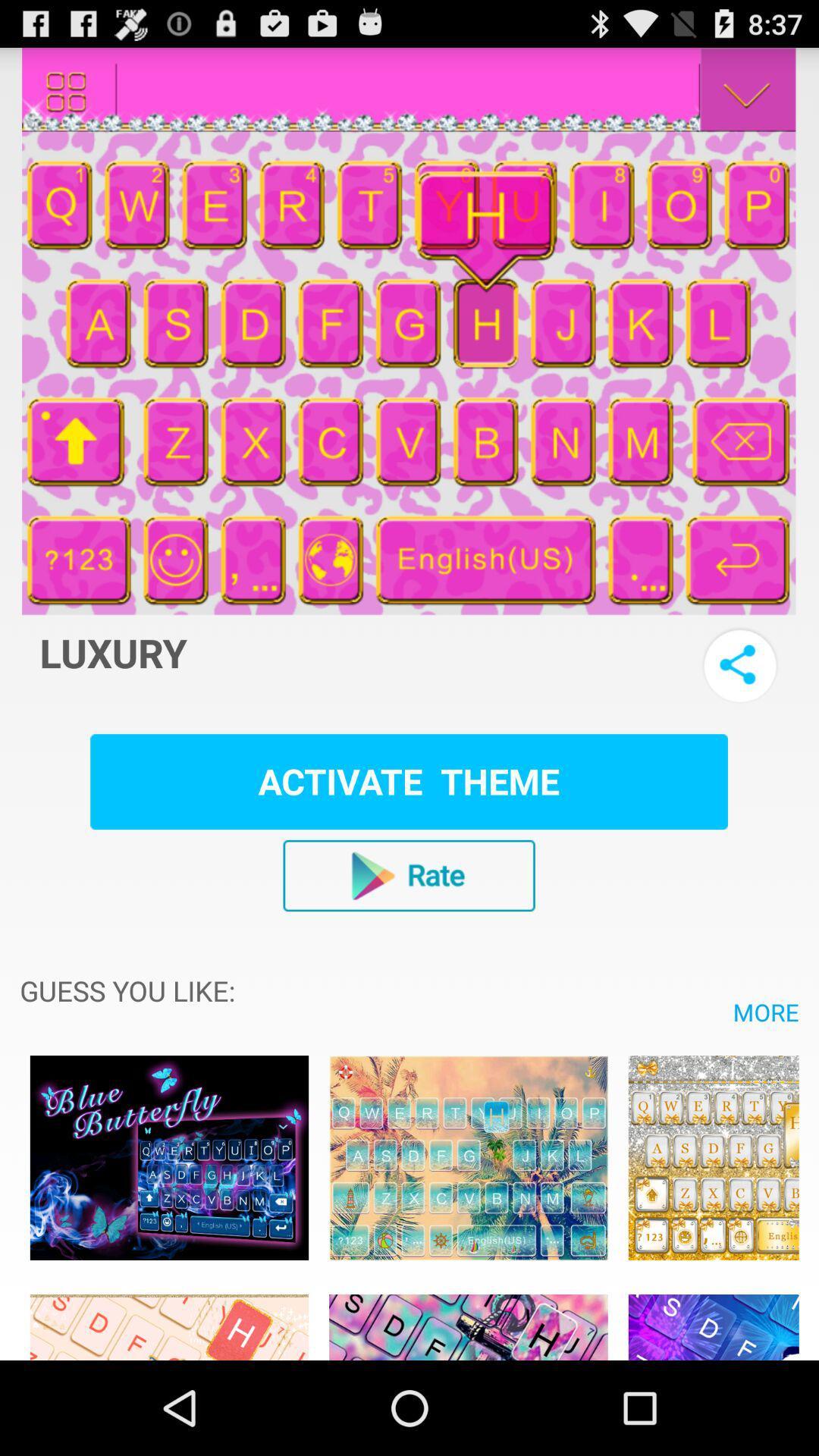  Describe the element at coordinates (739, 711) in the screenshot. I see `the share icon` at that location.